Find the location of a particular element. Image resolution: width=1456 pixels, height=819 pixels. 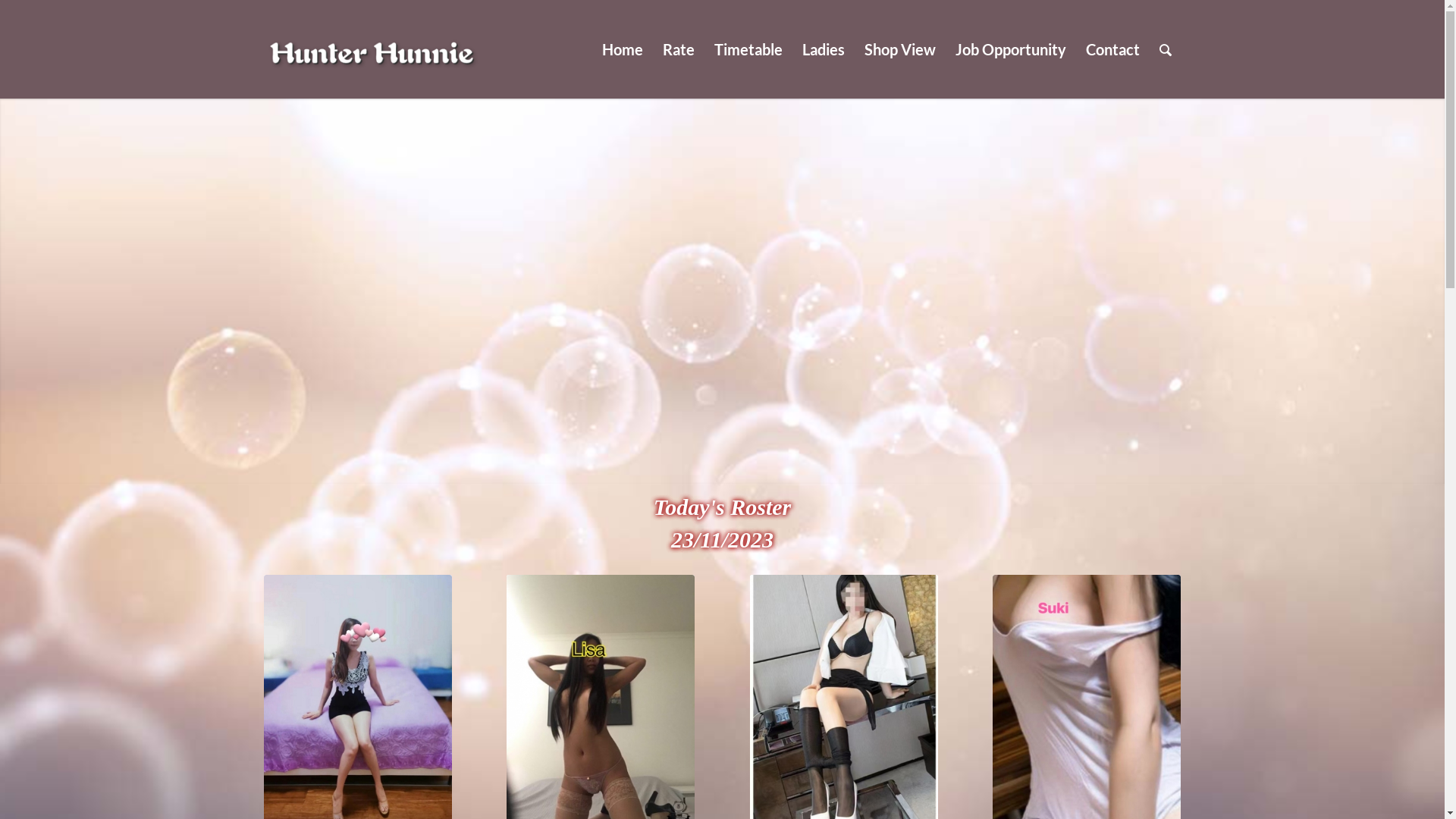

'Ladies' is located at coordinates (790, 49).